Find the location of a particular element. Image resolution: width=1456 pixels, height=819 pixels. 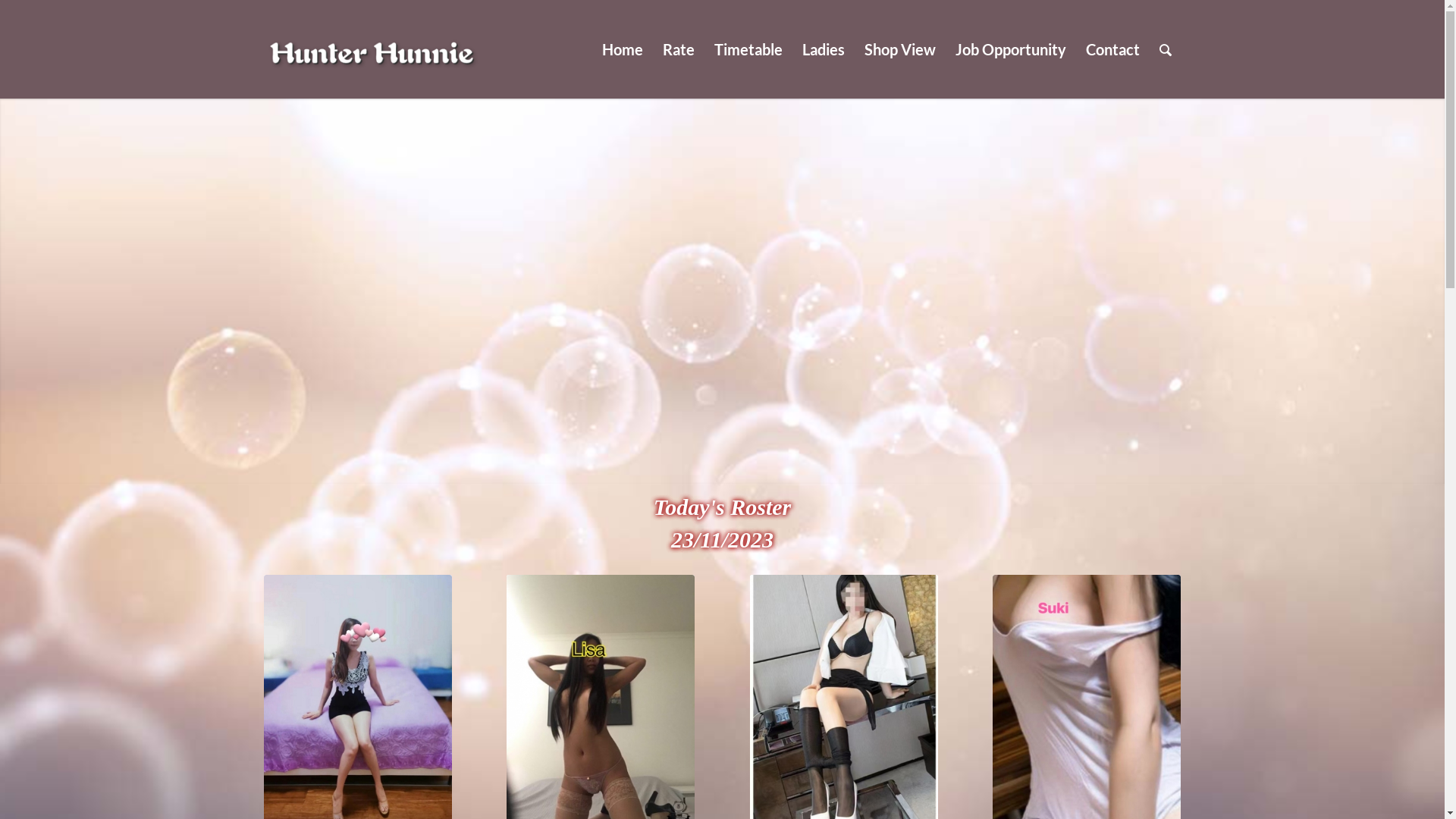

'Ladies' is located at coordinates (790, 49).